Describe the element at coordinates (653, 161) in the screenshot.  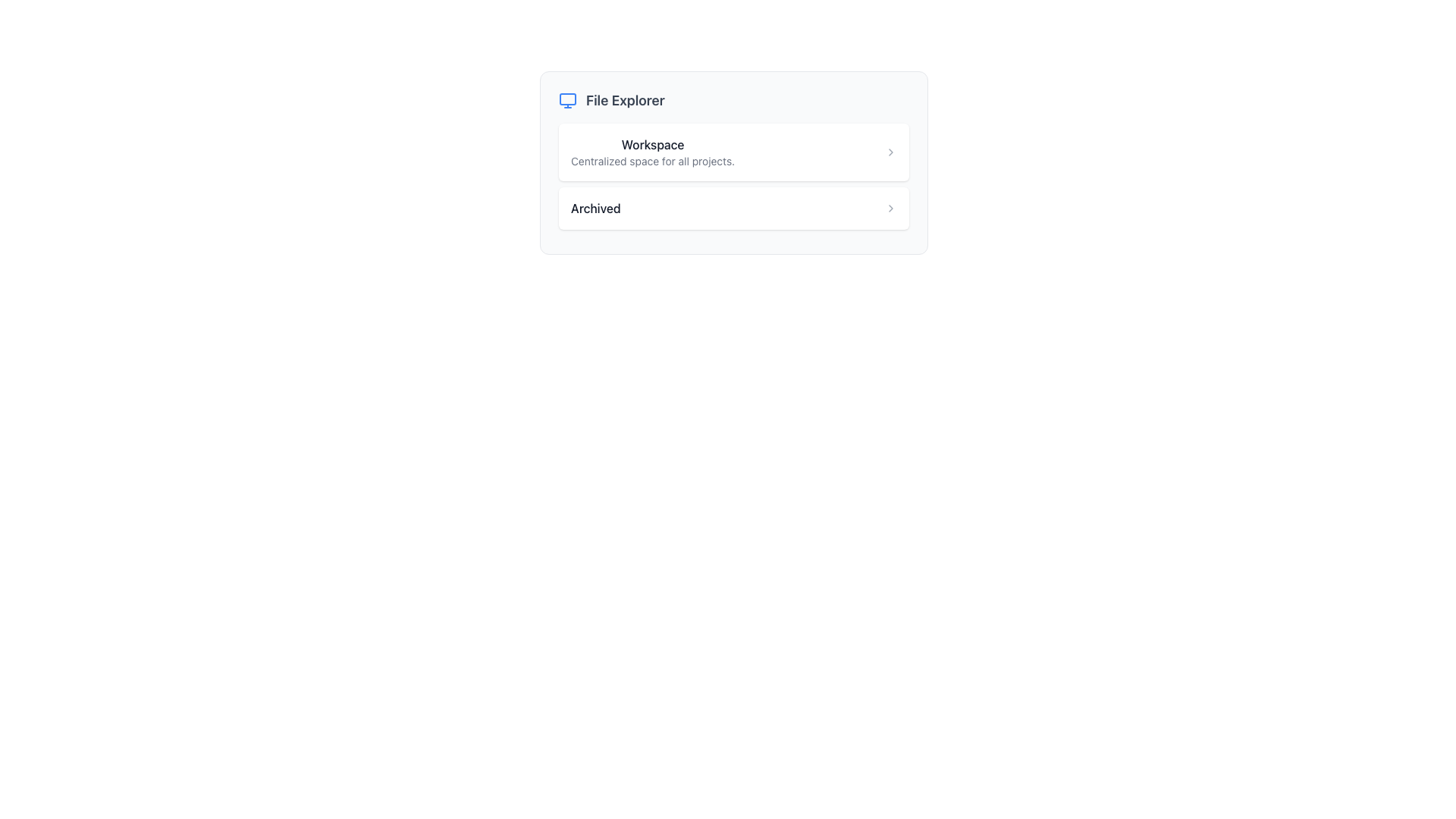
I see `the text snippet reading 'Centralized space for all projects.' which is styled with a smaller font size and grey color, located beneath the 'Workspace' header in the 'File Explorer' panel` at that location.